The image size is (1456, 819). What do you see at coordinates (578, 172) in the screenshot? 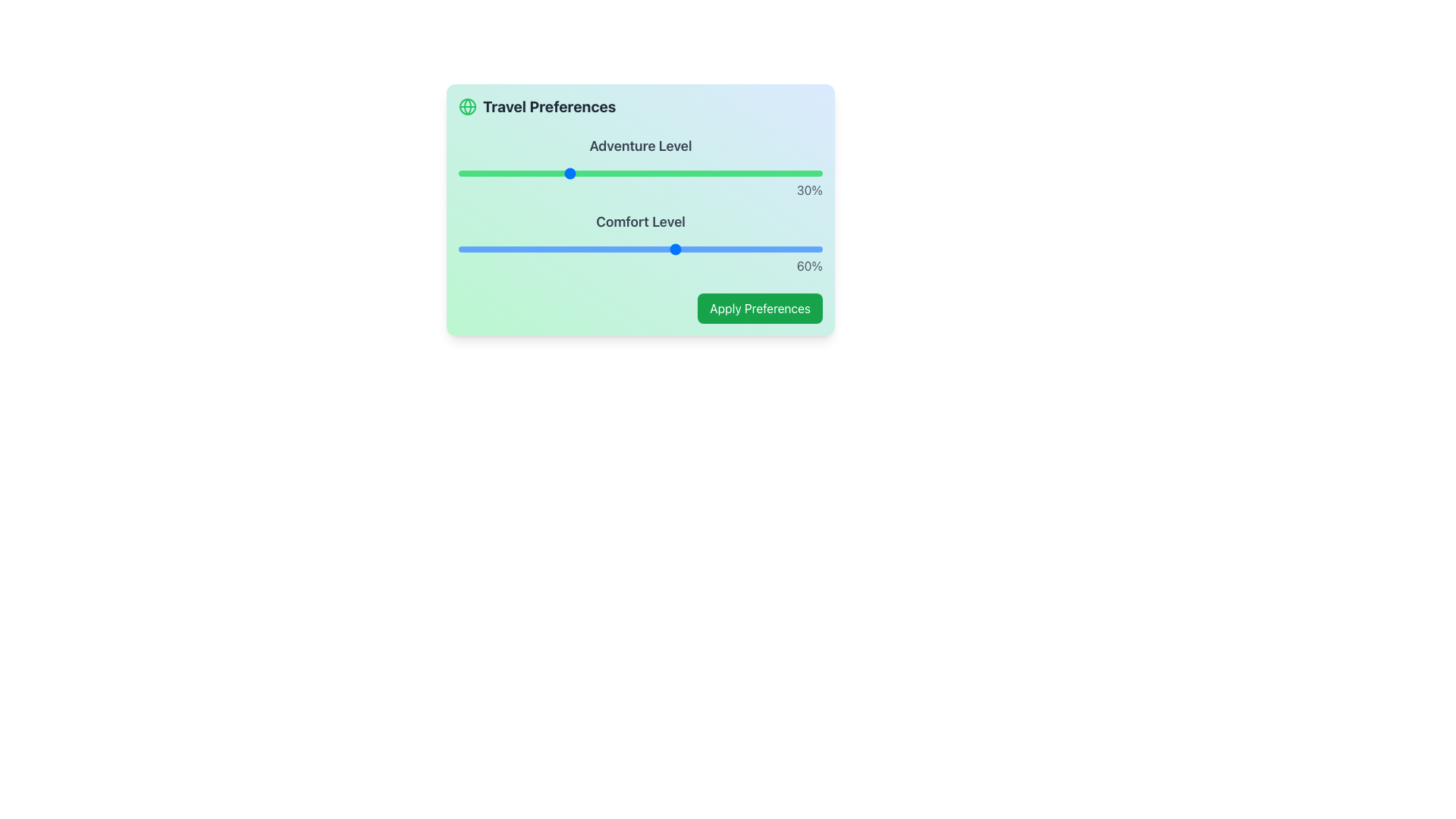
I see `the adventure level` at bounding box center [578, 172].